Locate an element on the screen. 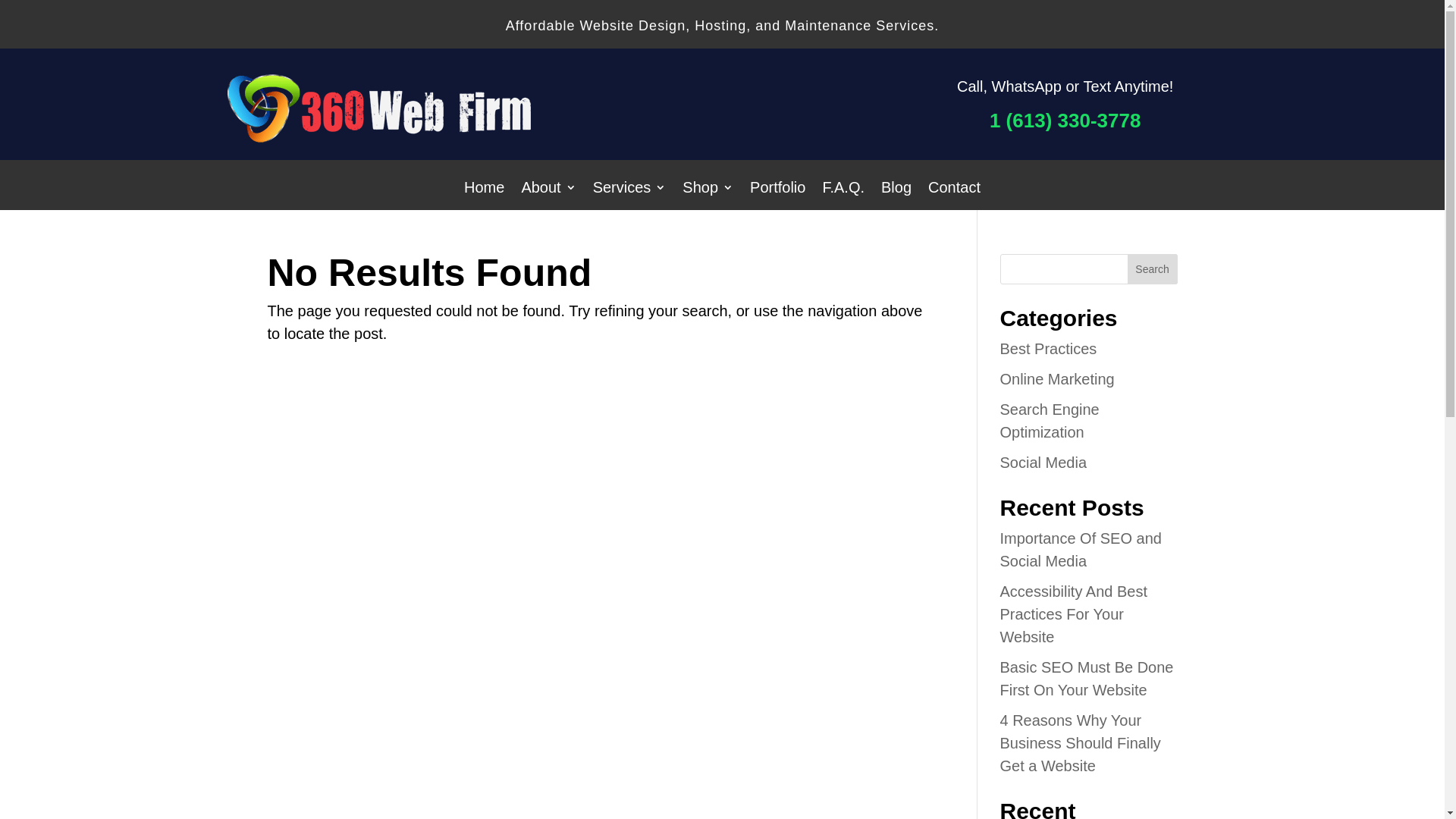 The height and width of the screenshot is (819, 1456). 'F.A.Q.' is located at coordinates (843, 189).